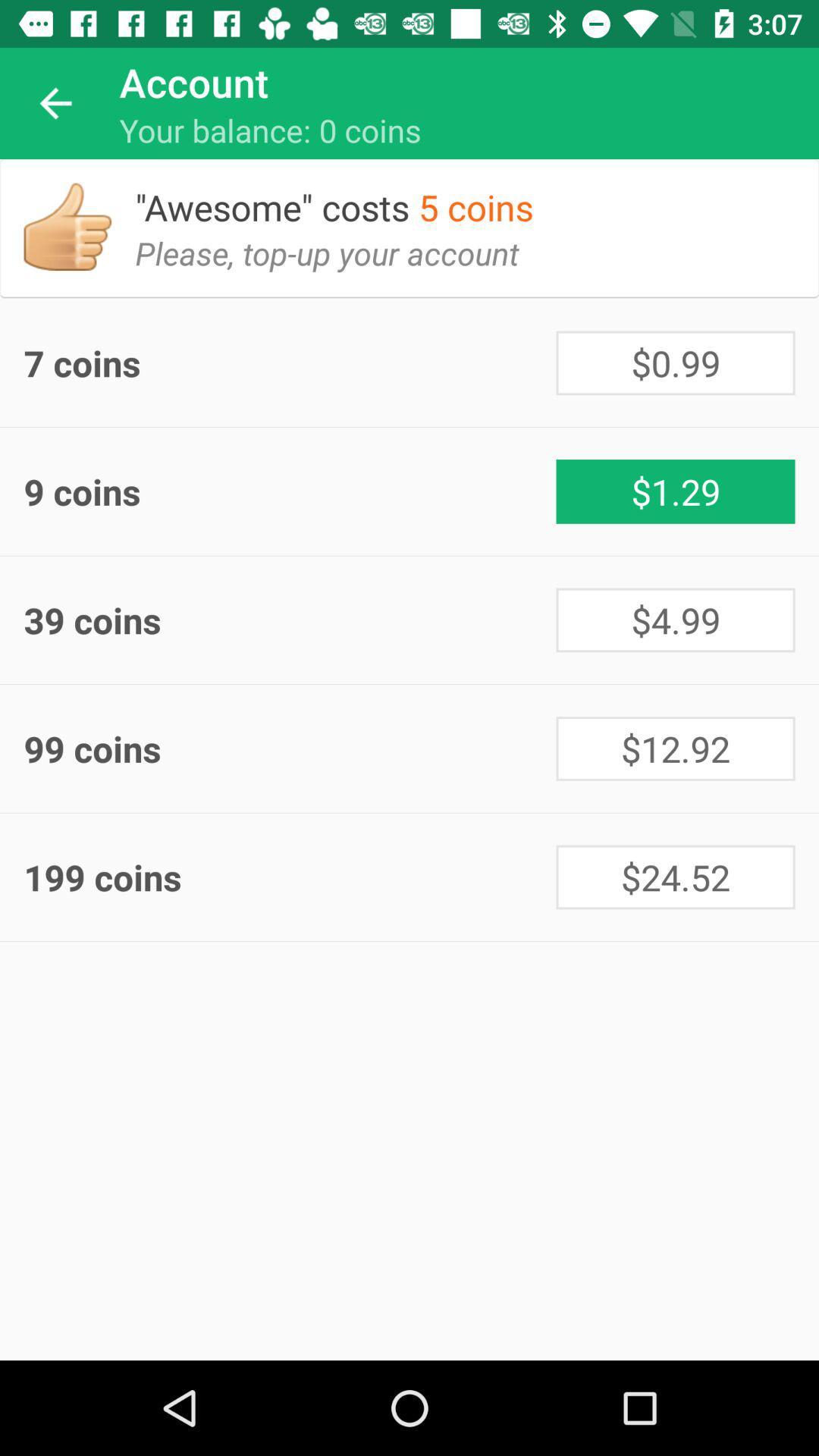 This screenshot has height=1456, width=819. Describe the element at coordinates (290, 620) in the screenshot. I see `the item above the 99 coins item` at that location.